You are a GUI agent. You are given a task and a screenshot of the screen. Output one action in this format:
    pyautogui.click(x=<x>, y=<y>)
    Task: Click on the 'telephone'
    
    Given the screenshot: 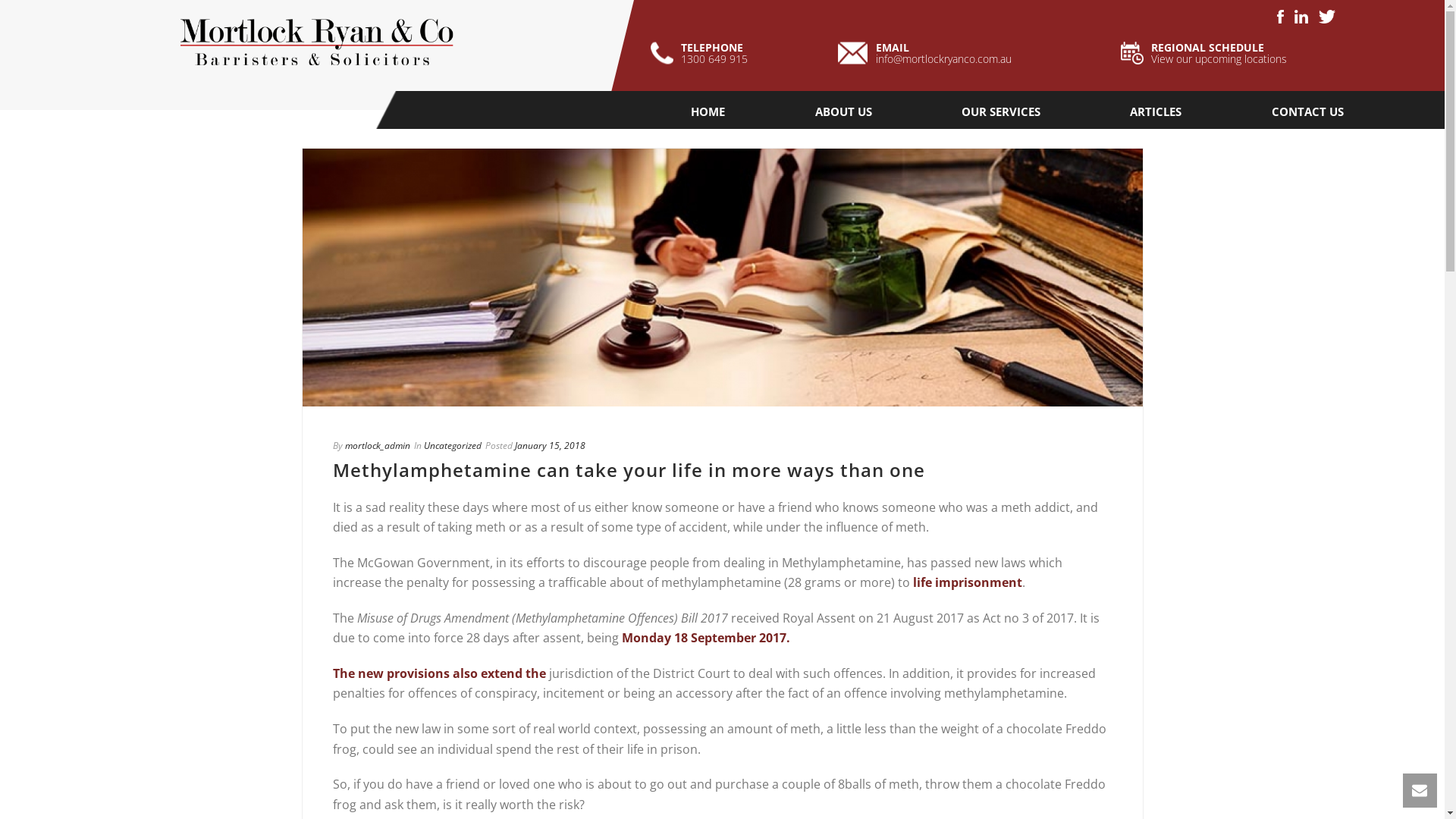 What is the action you would take?
    pyautogui.click(x=662, y=52)
    